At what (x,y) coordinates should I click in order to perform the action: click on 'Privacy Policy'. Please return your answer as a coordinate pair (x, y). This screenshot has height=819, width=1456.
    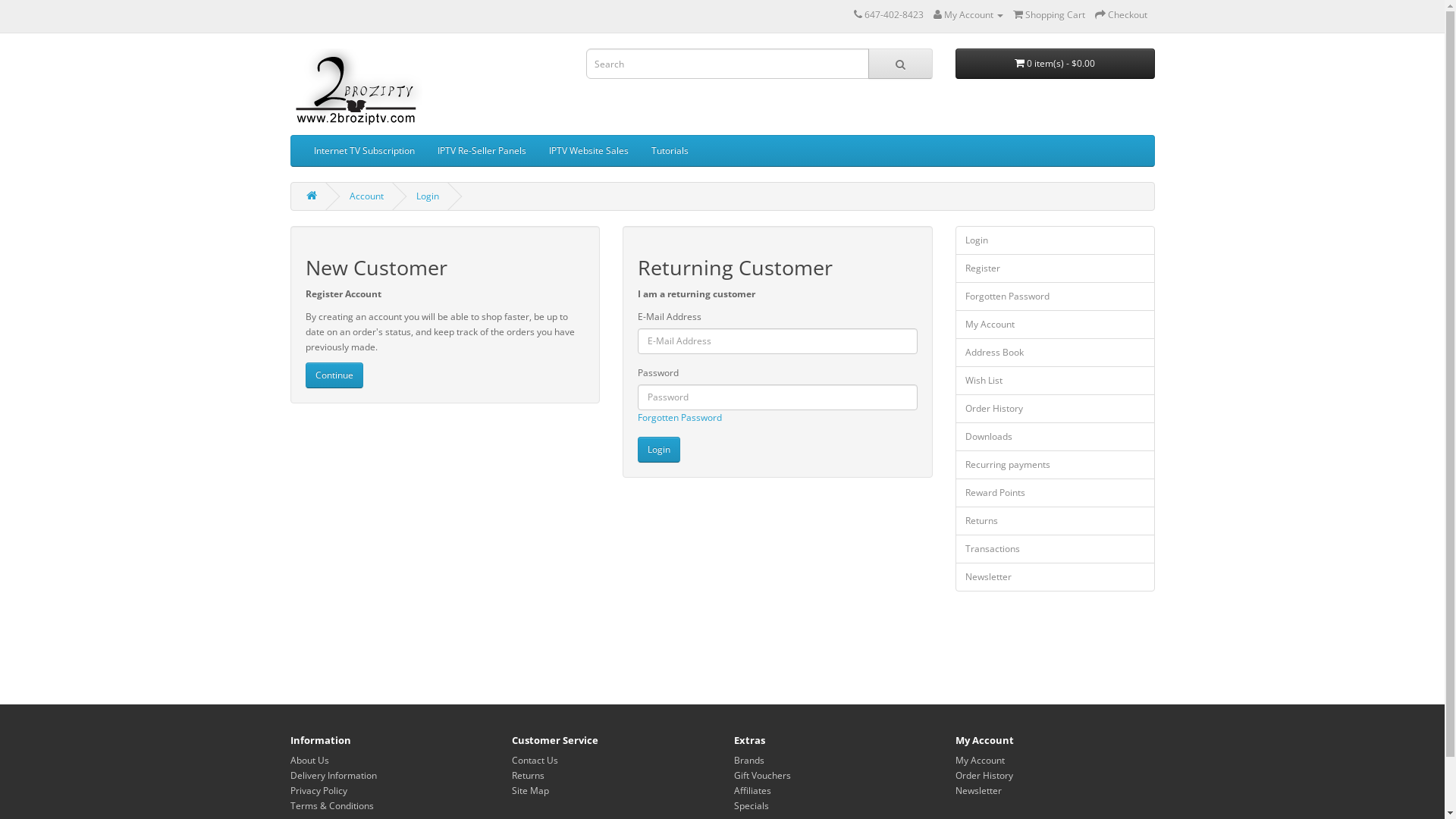
    Looking at the image, I should click on (317, 789).